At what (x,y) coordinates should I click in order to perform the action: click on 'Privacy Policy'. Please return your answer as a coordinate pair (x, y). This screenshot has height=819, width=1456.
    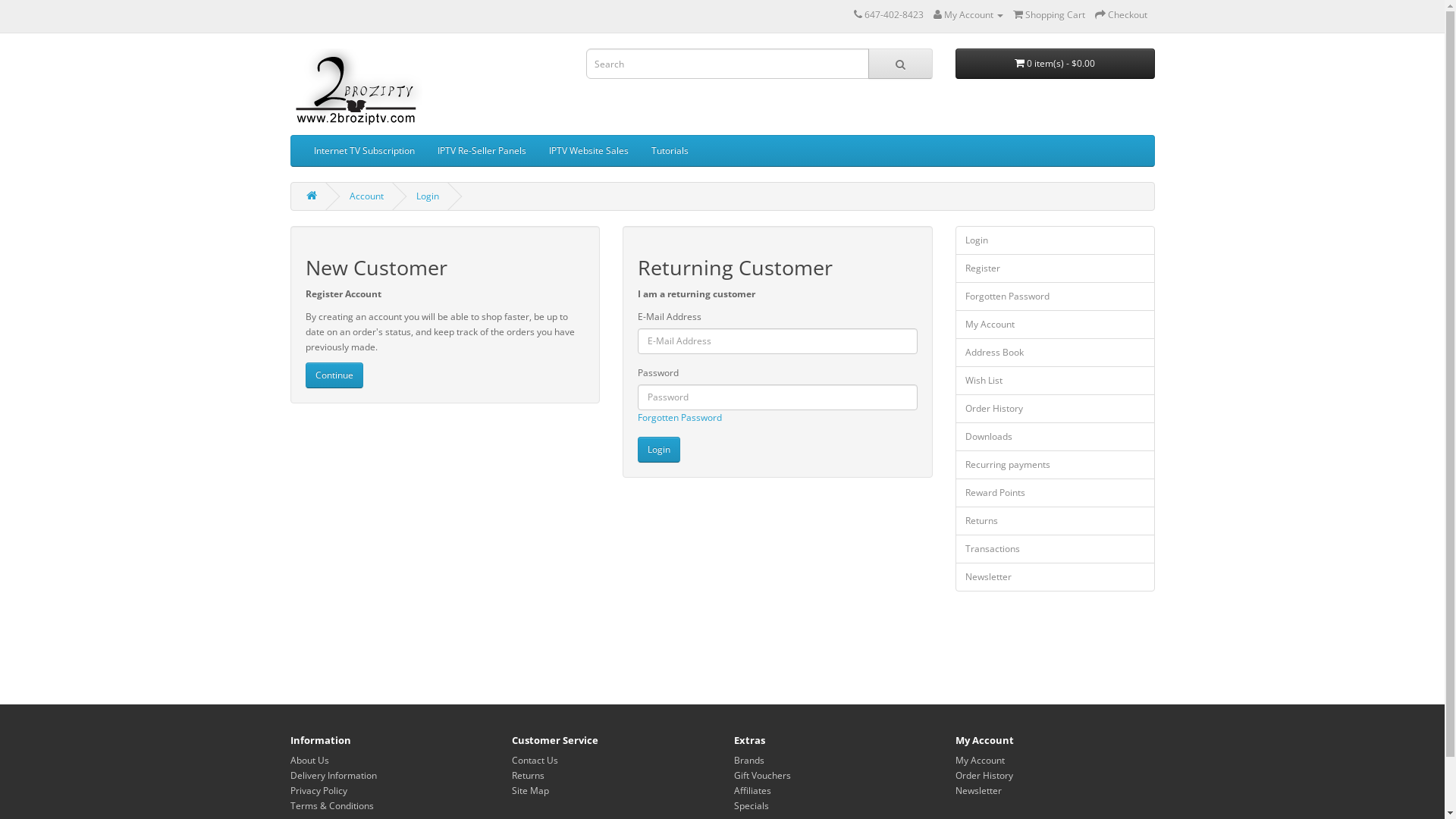
    Looking at the image, I should click on (317, 789).